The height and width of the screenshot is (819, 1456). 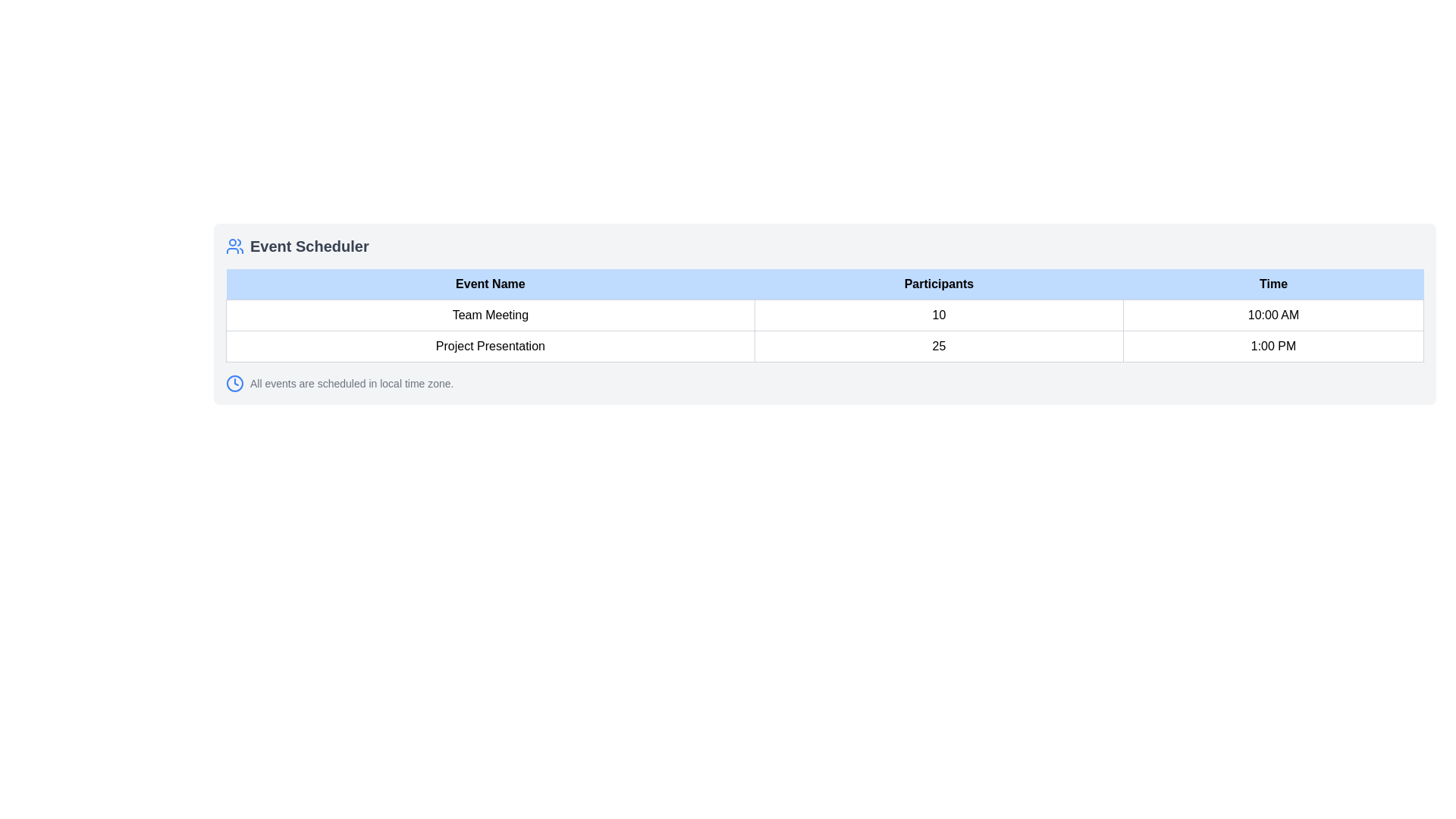 What do you see at coordinates (234, 245) in the screenshot?
I see `the blue icon representing a group of users located to the left of the 'Event Scheduler' title` at bounding box center [234, 245].